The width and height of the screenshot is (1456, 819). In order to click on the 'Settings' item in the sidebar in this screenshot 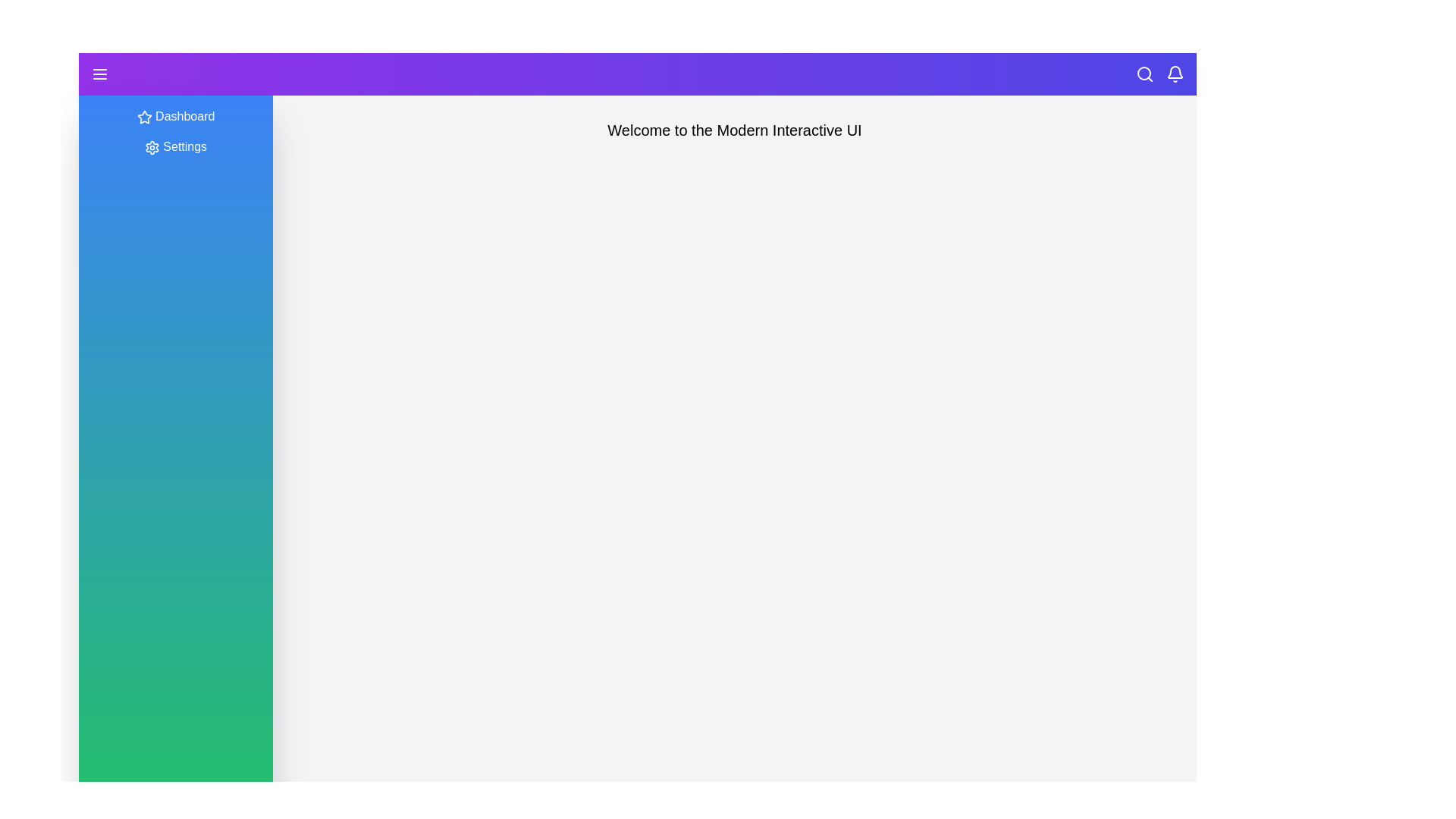, I will do `click(175, 146)`.